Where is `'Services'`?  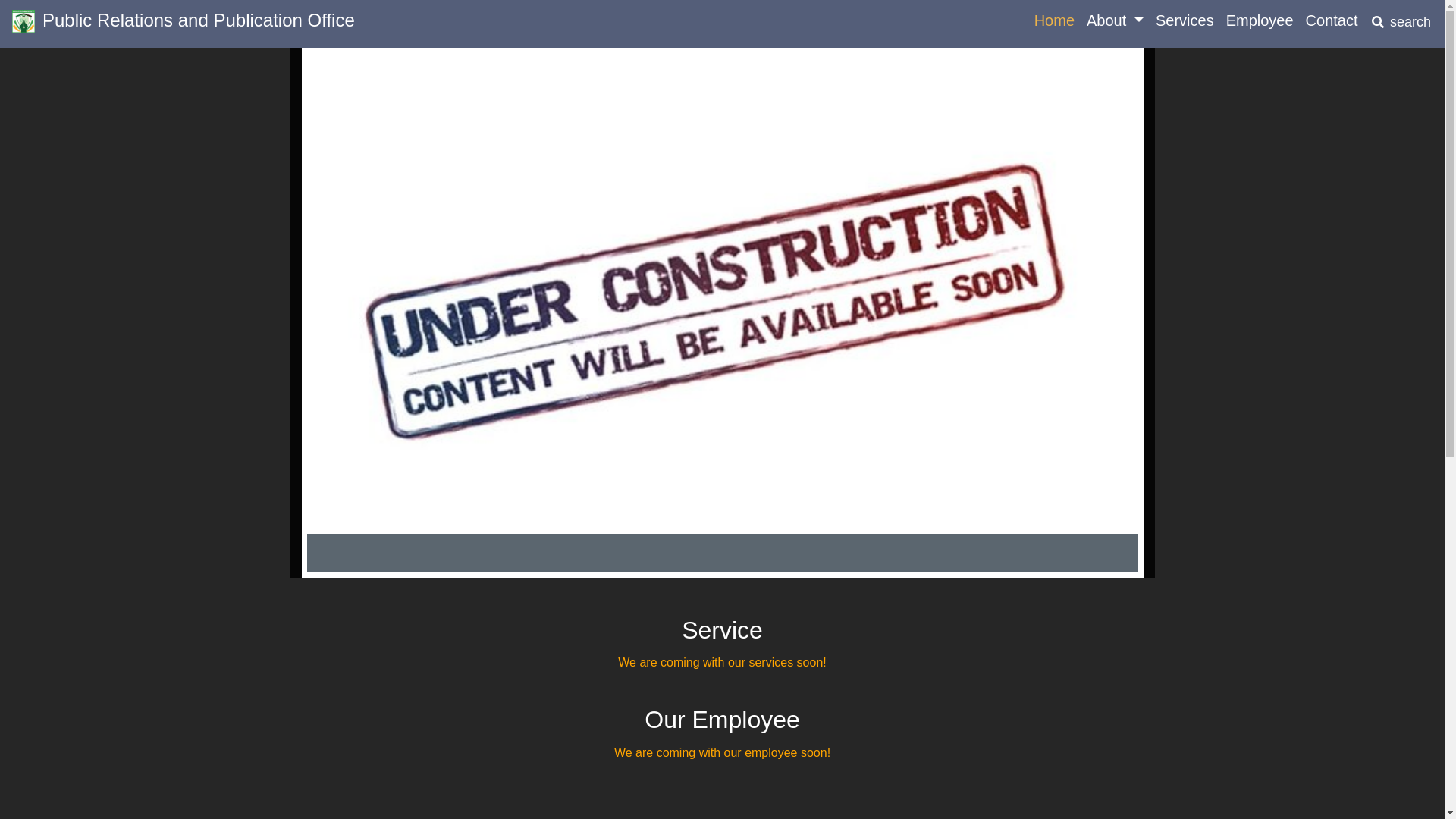
'Services' is located at coordinates (1150, 20).